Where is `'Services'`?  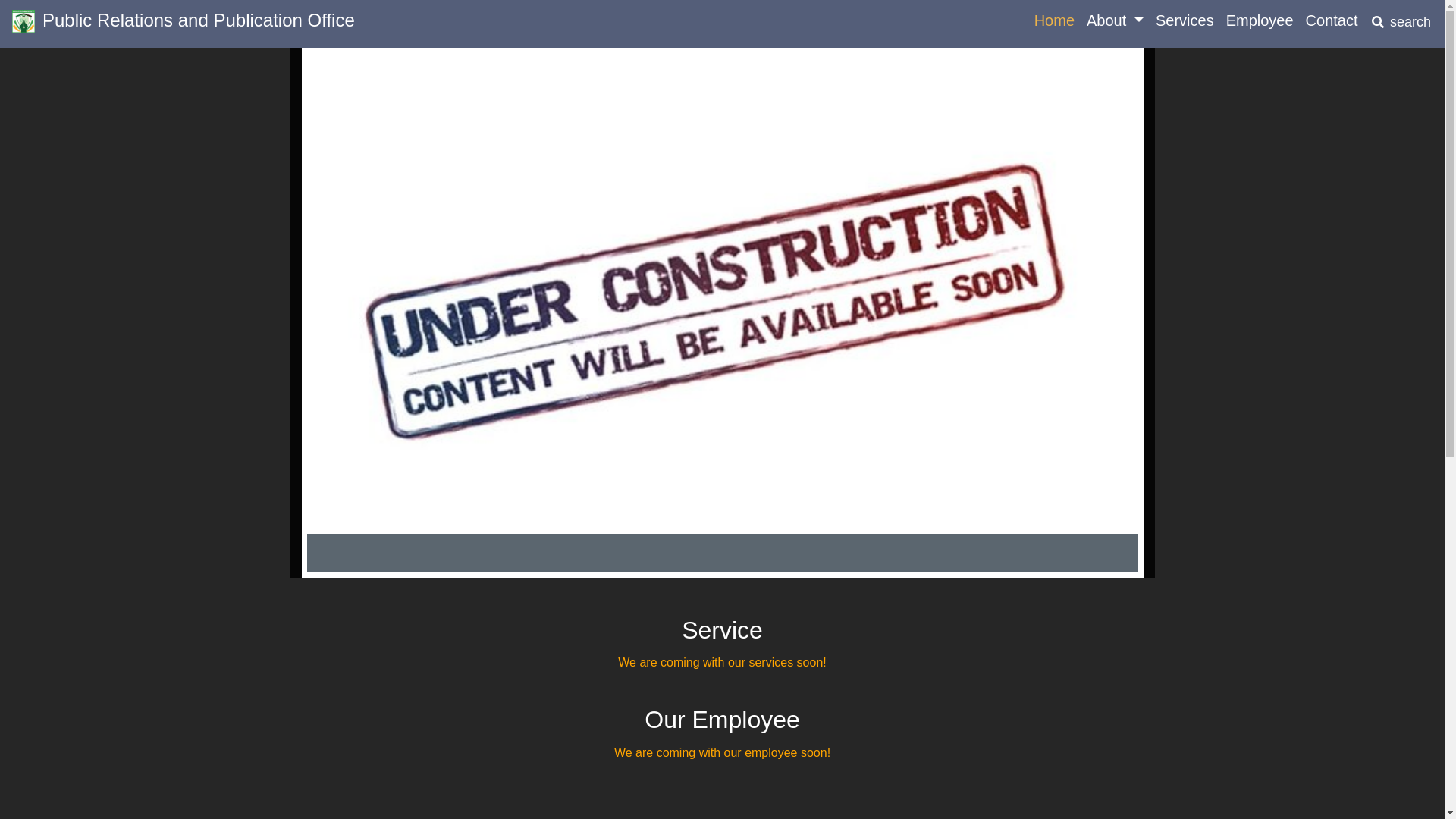
'Services' is located at coordinates (1150, 20).